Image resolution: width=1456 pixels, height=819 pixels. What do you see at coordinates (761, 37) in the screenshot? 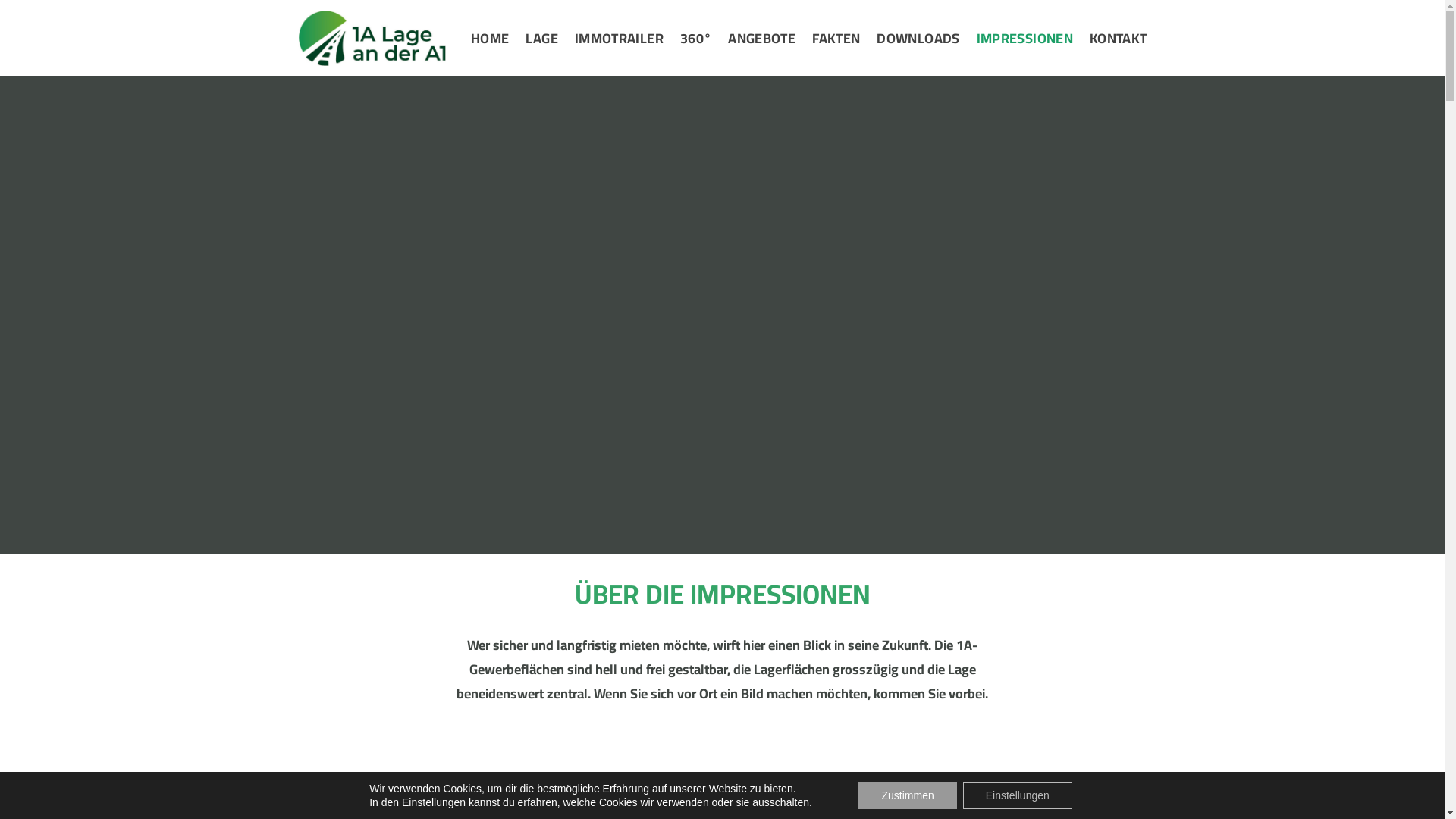
I see `'ANGEBOTE'` at bounding box center [761, 37].